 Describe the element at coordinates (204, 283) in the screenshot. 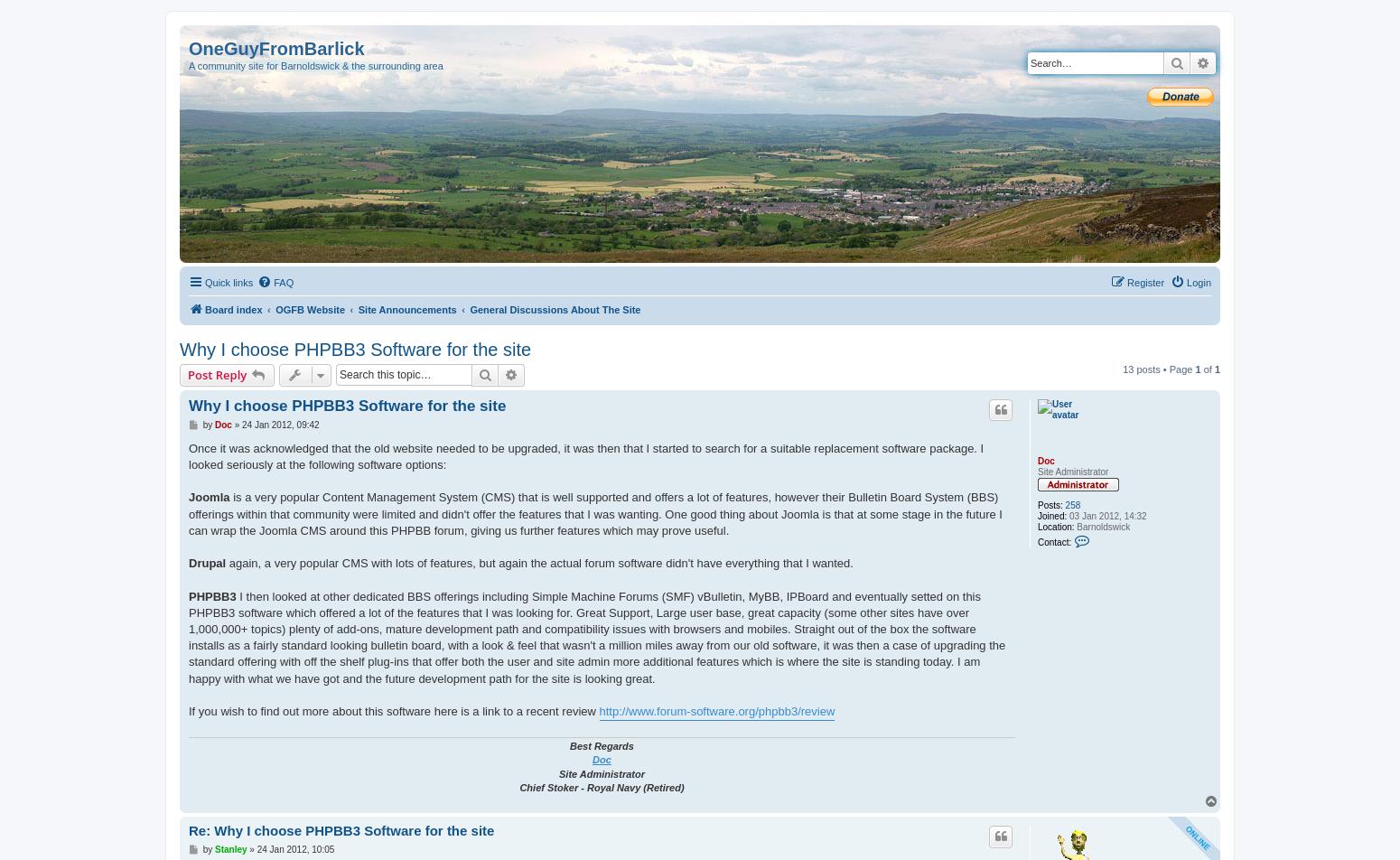

I see `'Quick links'` at that location.